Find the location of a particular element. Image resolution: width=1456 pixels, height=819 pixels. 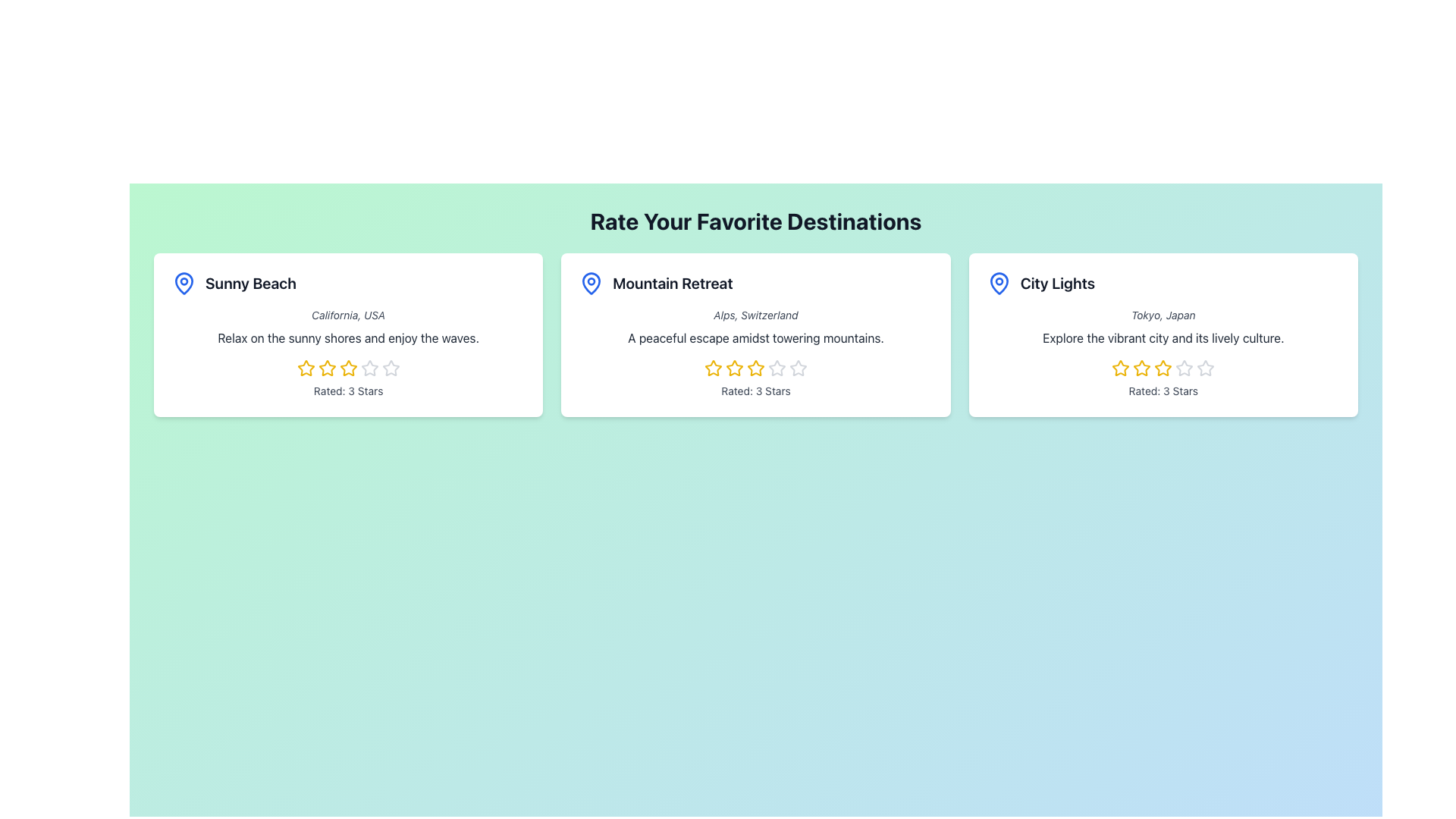

the third star icon in the rating system of the 'Mountain Retreat' card is located at coordinates (756, 368).